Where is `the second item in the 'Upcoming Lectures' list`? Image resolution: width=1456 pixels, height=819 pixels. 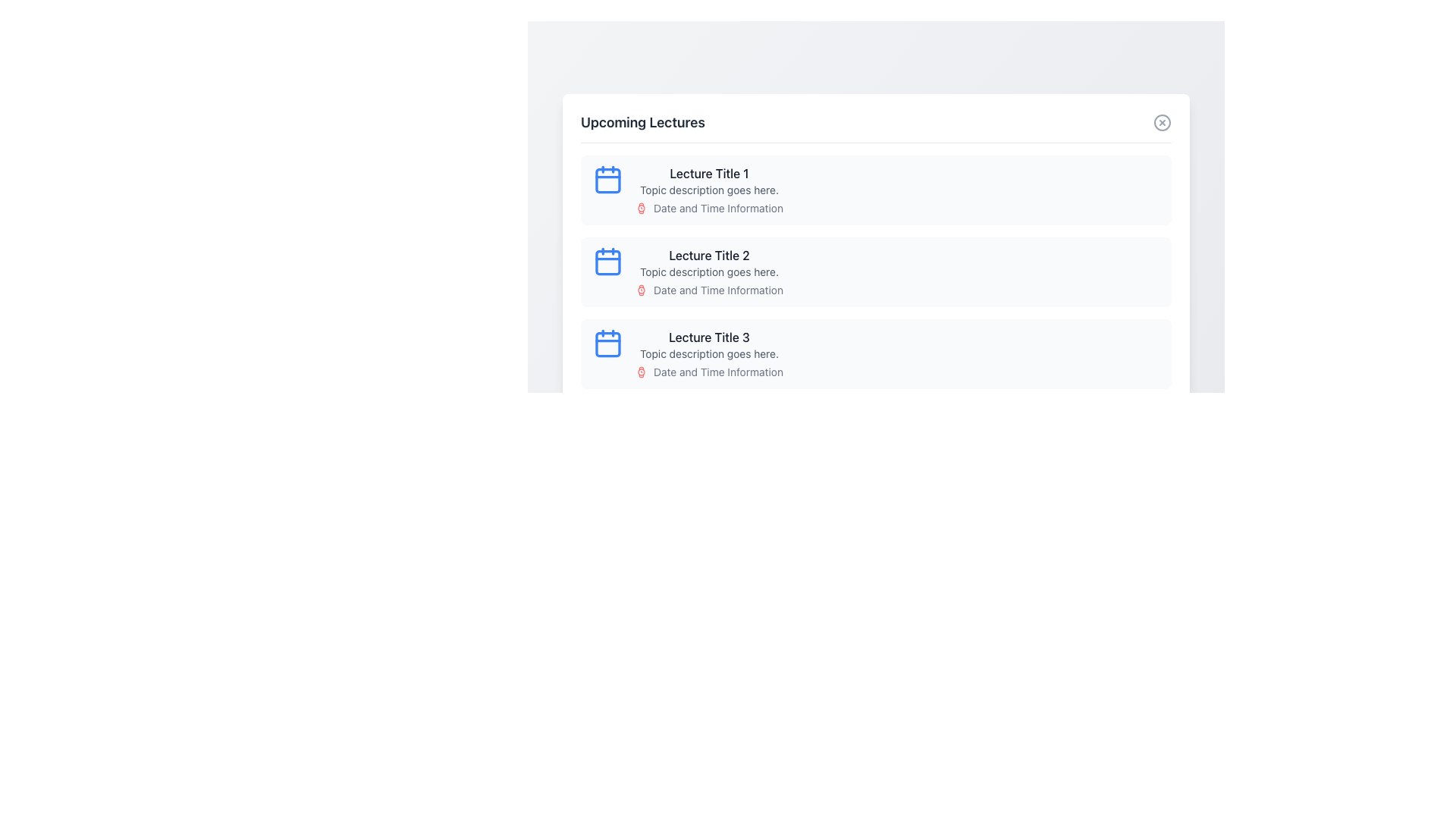 the second item in the 'Upcoming Lectures' list is located at coordinates (876, 271).